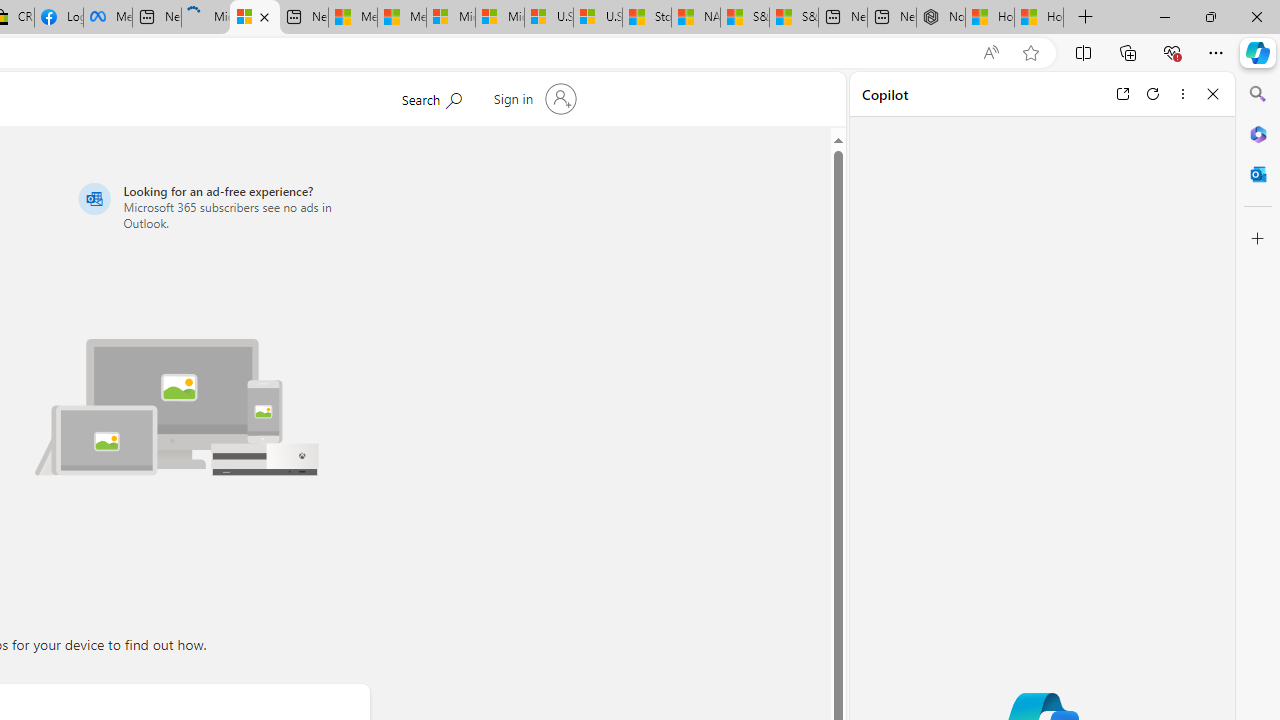 The image size is (1280, 720). I want to click on 'Open link in new tab', so click(1122, 93).